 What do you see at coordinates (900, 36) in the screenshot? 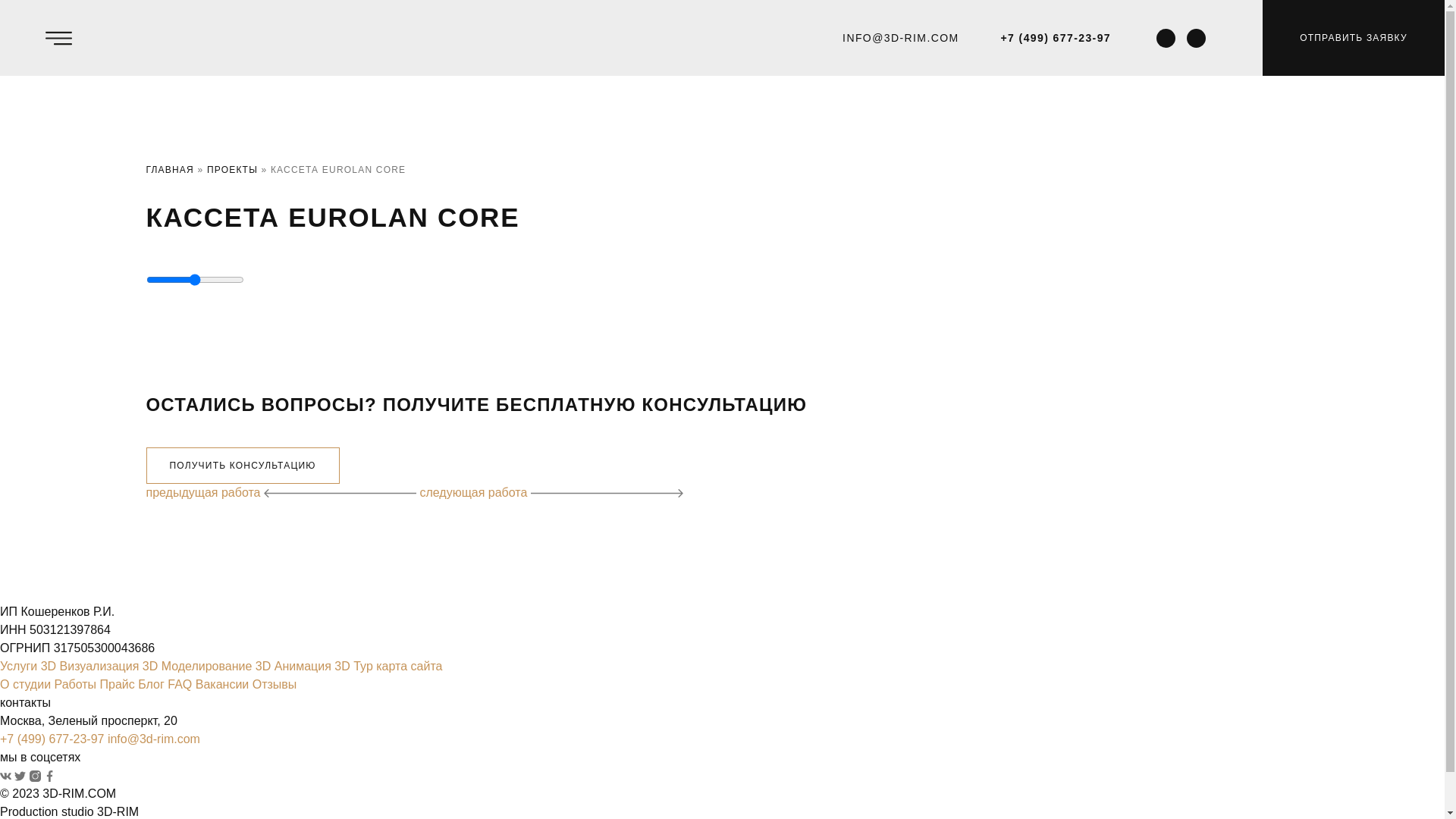
I see `'INFO@3D-RIM.COM'` at bounding box center [900, 36].